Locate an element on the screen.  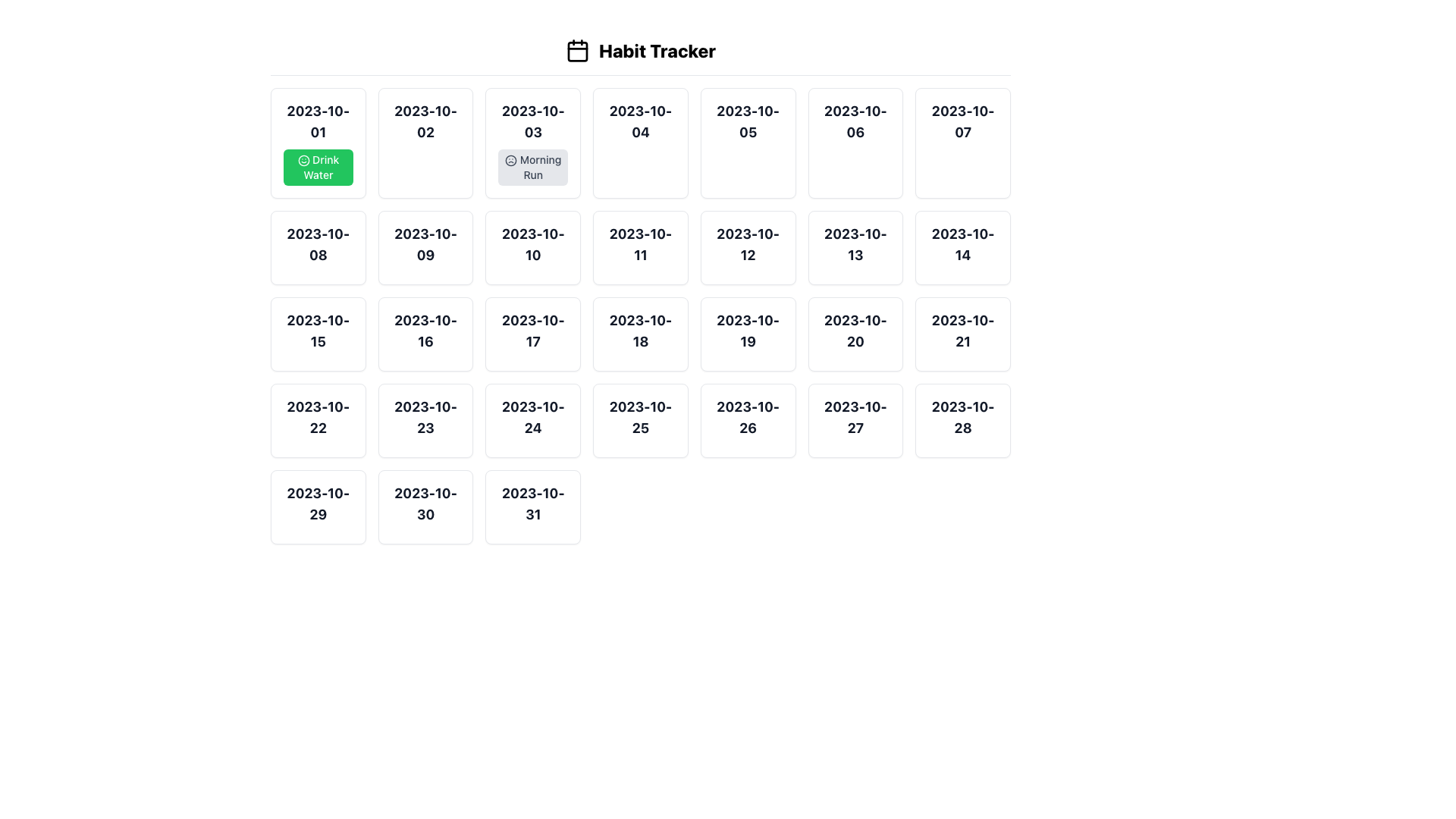
the Date Card displaying the date '2023-10-27' in bold, large text located centrally within a rectangular card with a white background and rounded corners is located at coordinates (855, 421).